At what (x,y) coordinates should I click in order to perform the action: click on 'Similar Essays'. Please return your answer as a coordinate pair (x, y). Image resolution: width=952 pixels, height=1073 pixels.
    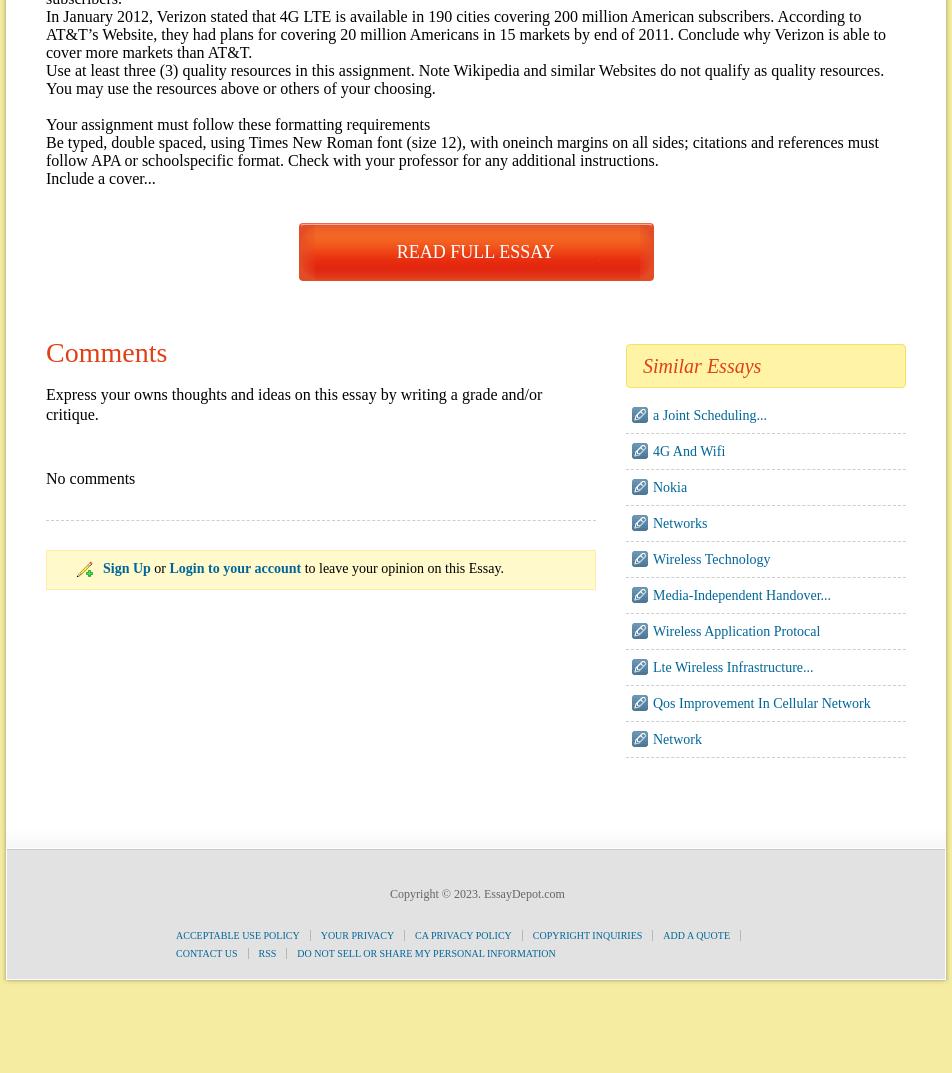
    Looking at the image, I should click on (642, 365).